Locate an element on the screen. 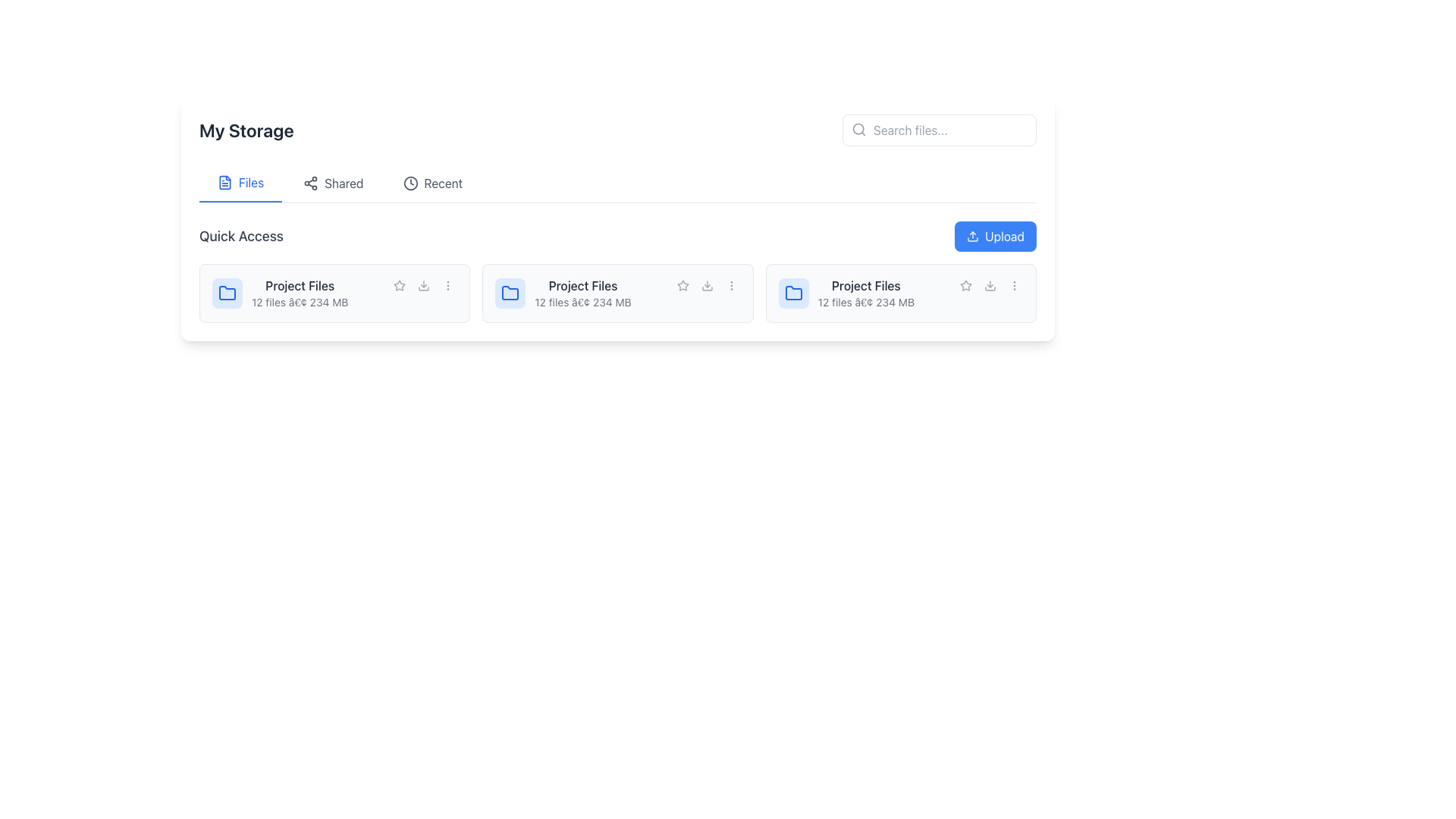  the second clickable folder tile in the 'Quick Access' section is located at coordinates (618, 293).